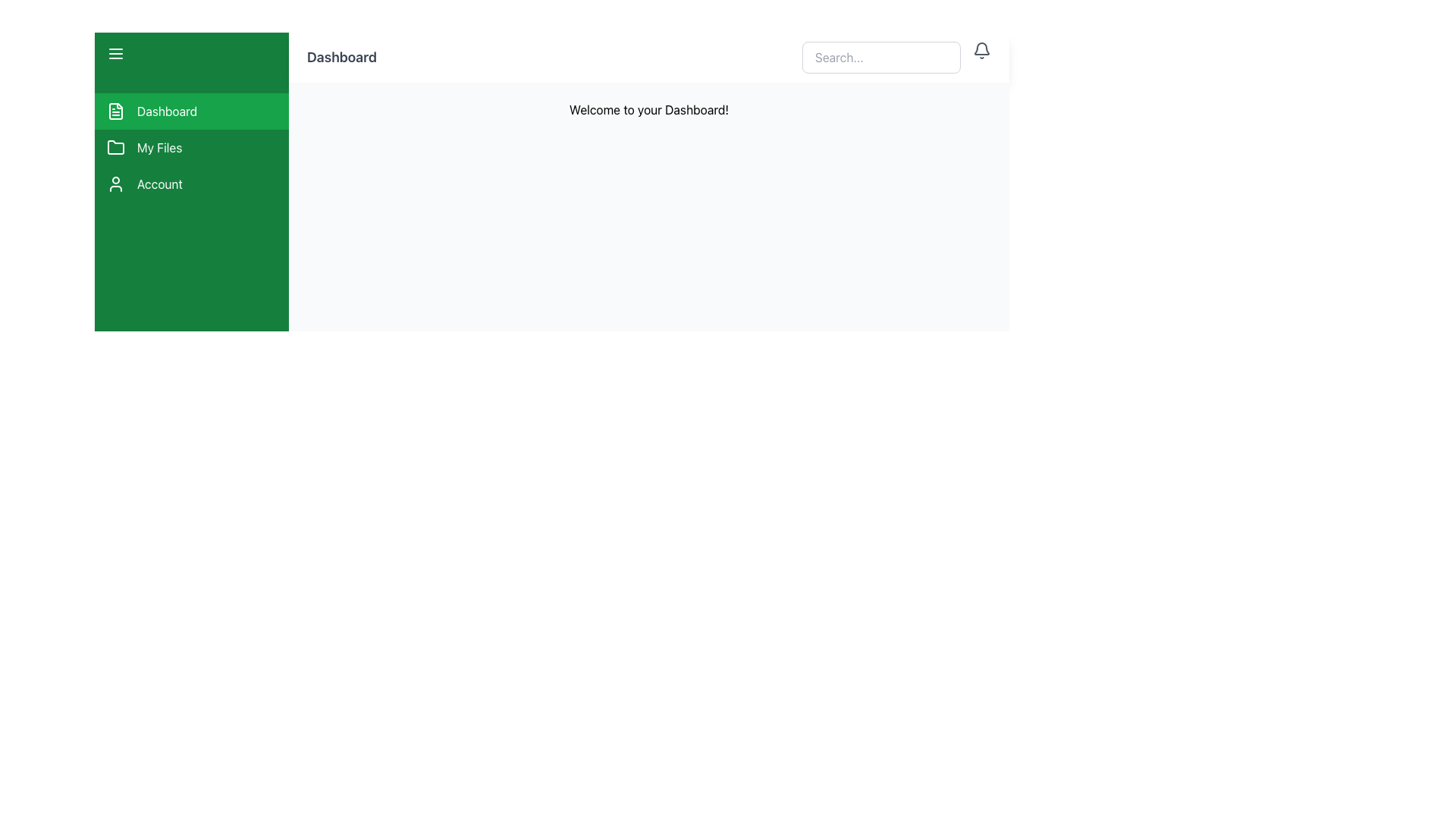 This screenshot has height=819, width=1456. I want to click on the 'Dashboard' text label in the vertical navigation menu, which indicates the associated button leads to the application's Dashboard, so click(167, 110).